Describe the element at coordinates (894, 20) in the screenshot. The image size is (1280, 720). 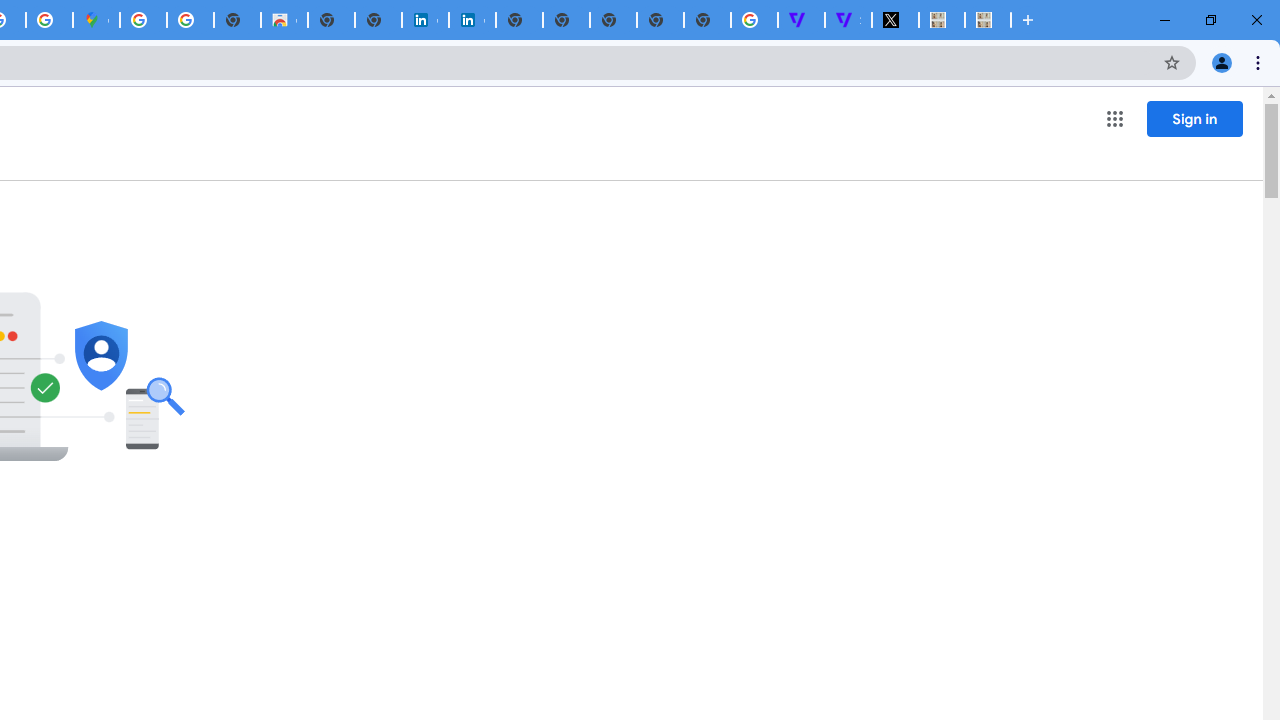
I see `'Miley Cyrus (@MileyCyrus) / X'` at that location.